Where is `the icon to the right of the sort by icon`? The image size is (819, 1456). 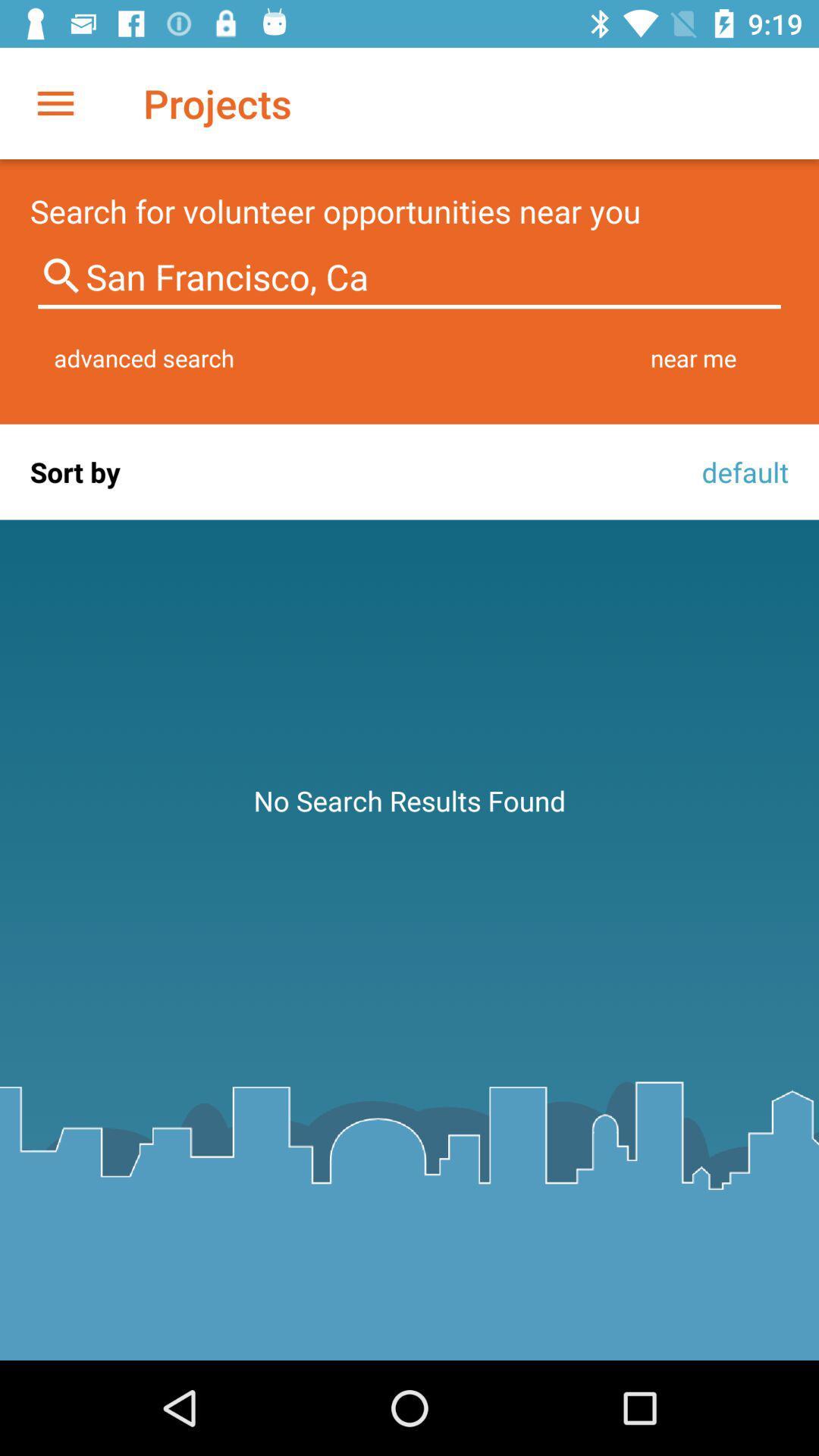 the icon to the right of the sort by icon is located at coordinates (740, 471).